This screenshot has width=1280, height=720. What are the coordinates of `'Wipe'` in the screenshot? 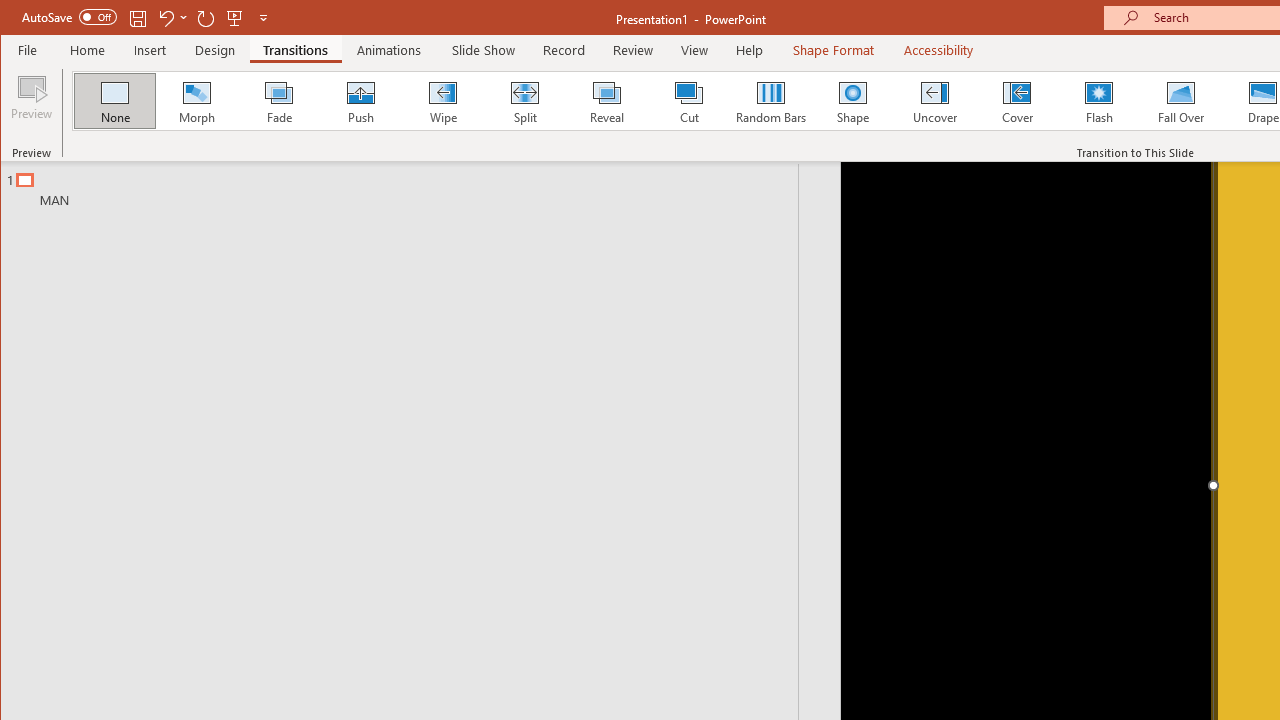 It's located at (441, 100).